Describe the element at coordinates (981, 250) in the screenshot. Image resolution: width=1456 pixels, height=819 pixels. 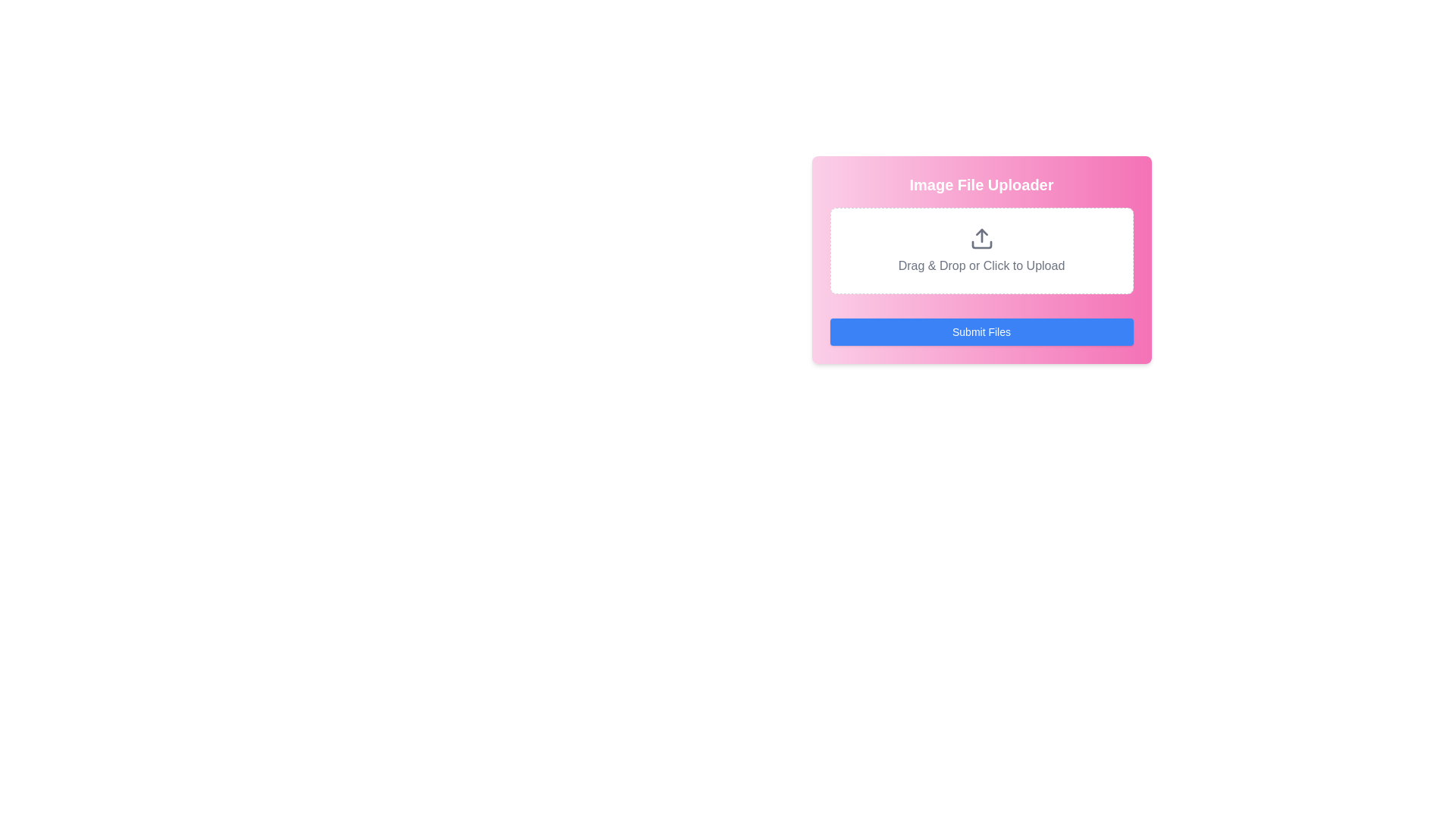
I see `and drop files into the File upload area, which is a rectangular area with dashed gray lines and an upload icon, located below the 'Image File Uploader' header and above the 'Submit Files' button` at that location.